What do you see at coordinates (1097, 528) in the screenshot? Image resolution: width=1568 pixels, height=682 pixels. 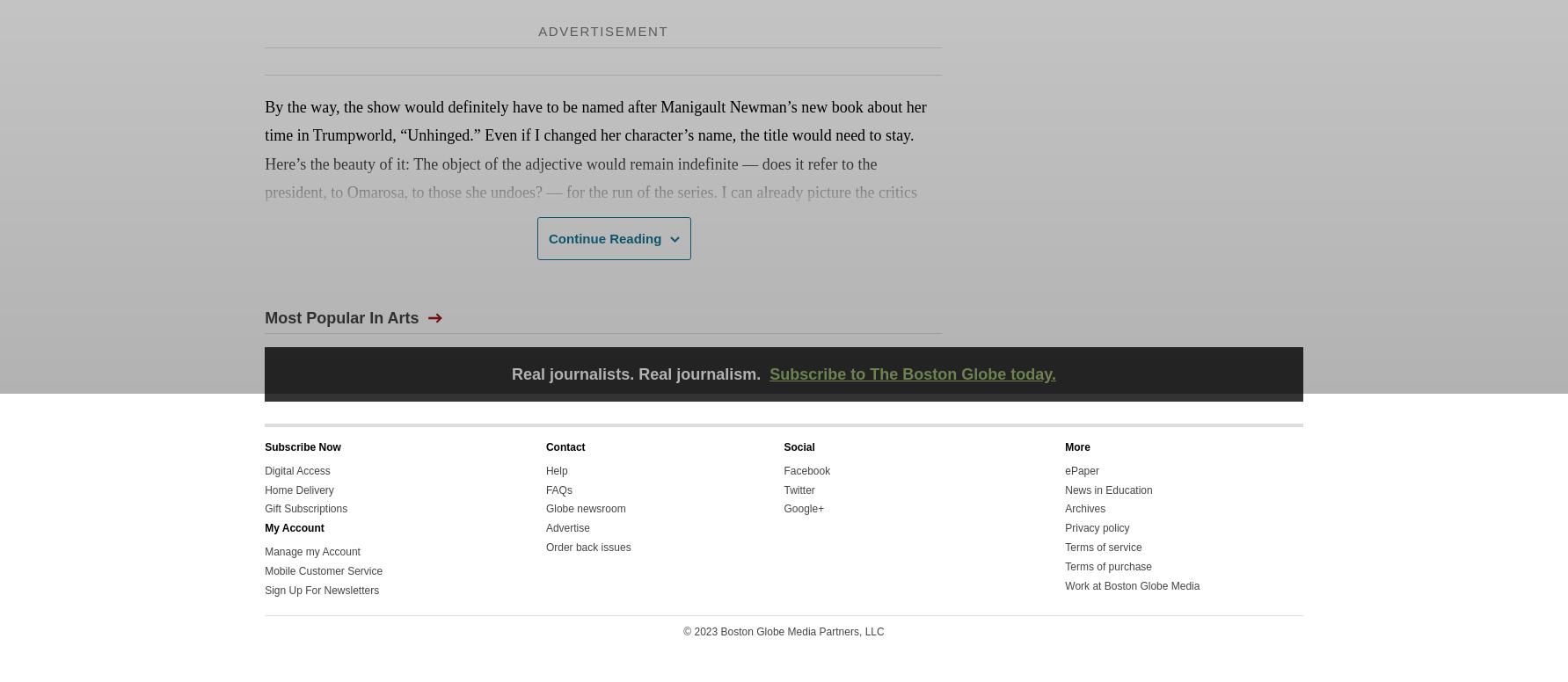 I see `'Privacy policy'` at bounding box center [1097, 528].